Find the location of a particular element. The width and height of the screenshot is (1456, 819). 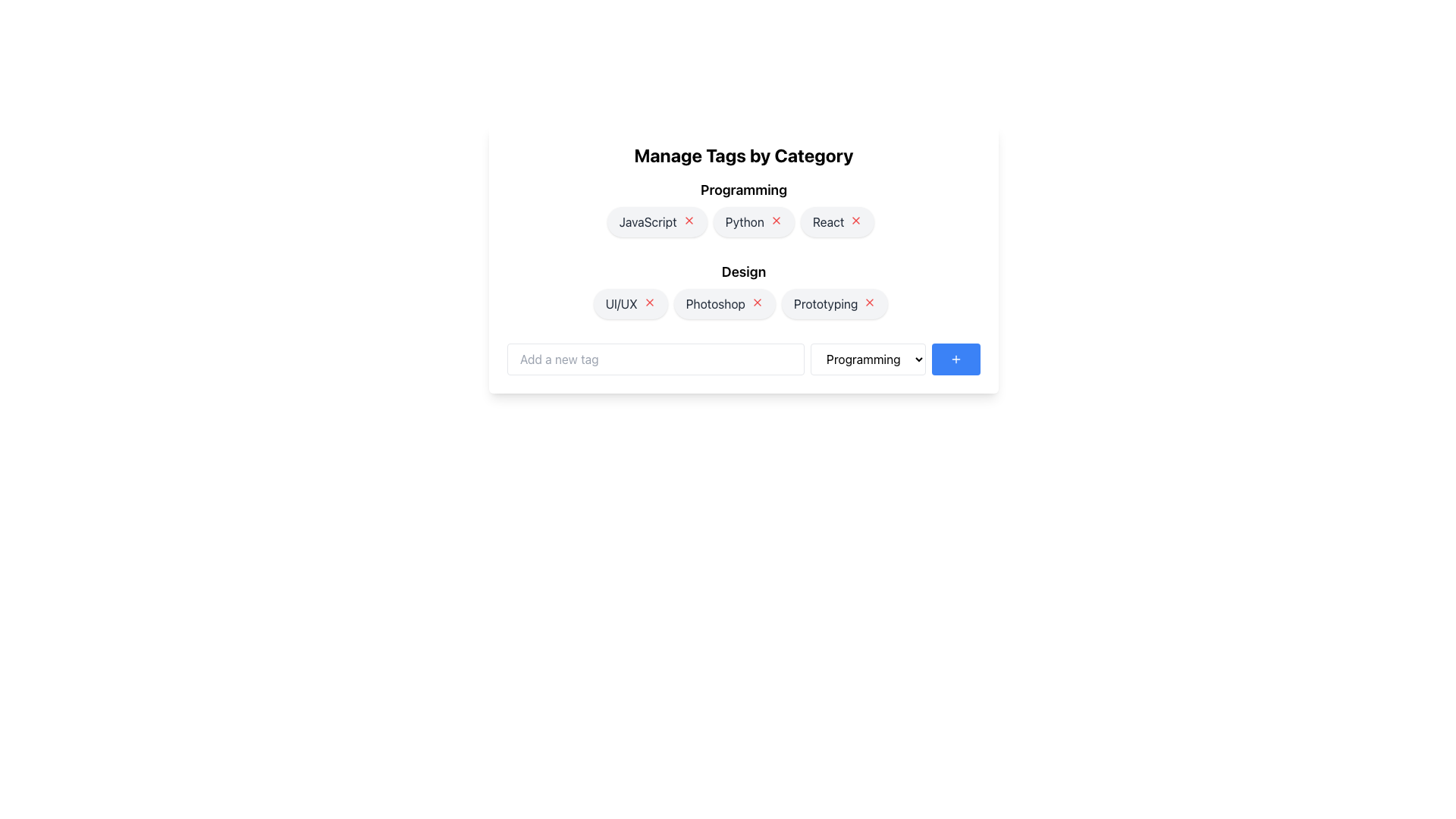

the 'Photoshop' removable tag with a delete button is located at coordinates (743, 307).